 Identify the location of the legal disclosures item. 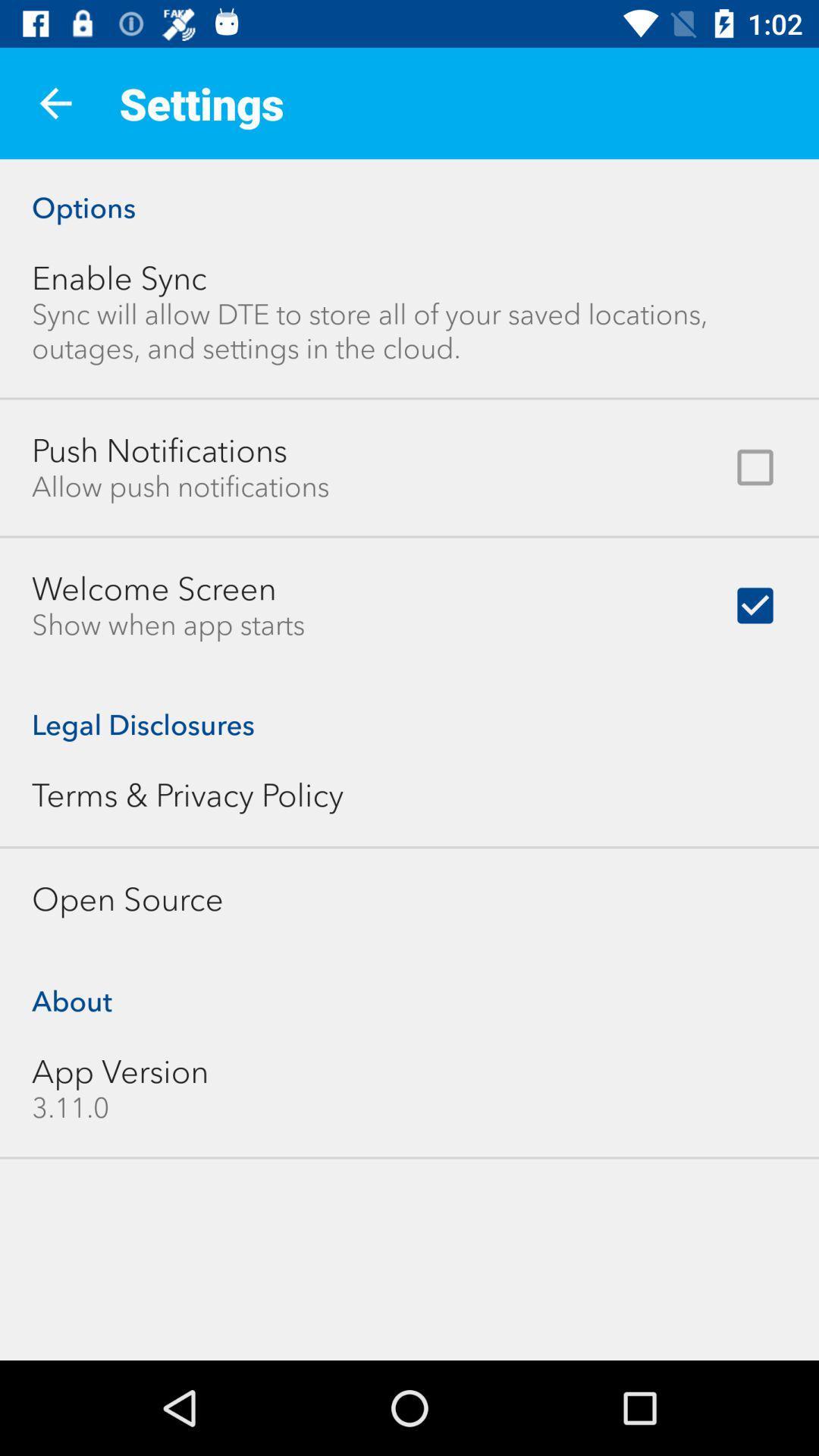
(409, 708).